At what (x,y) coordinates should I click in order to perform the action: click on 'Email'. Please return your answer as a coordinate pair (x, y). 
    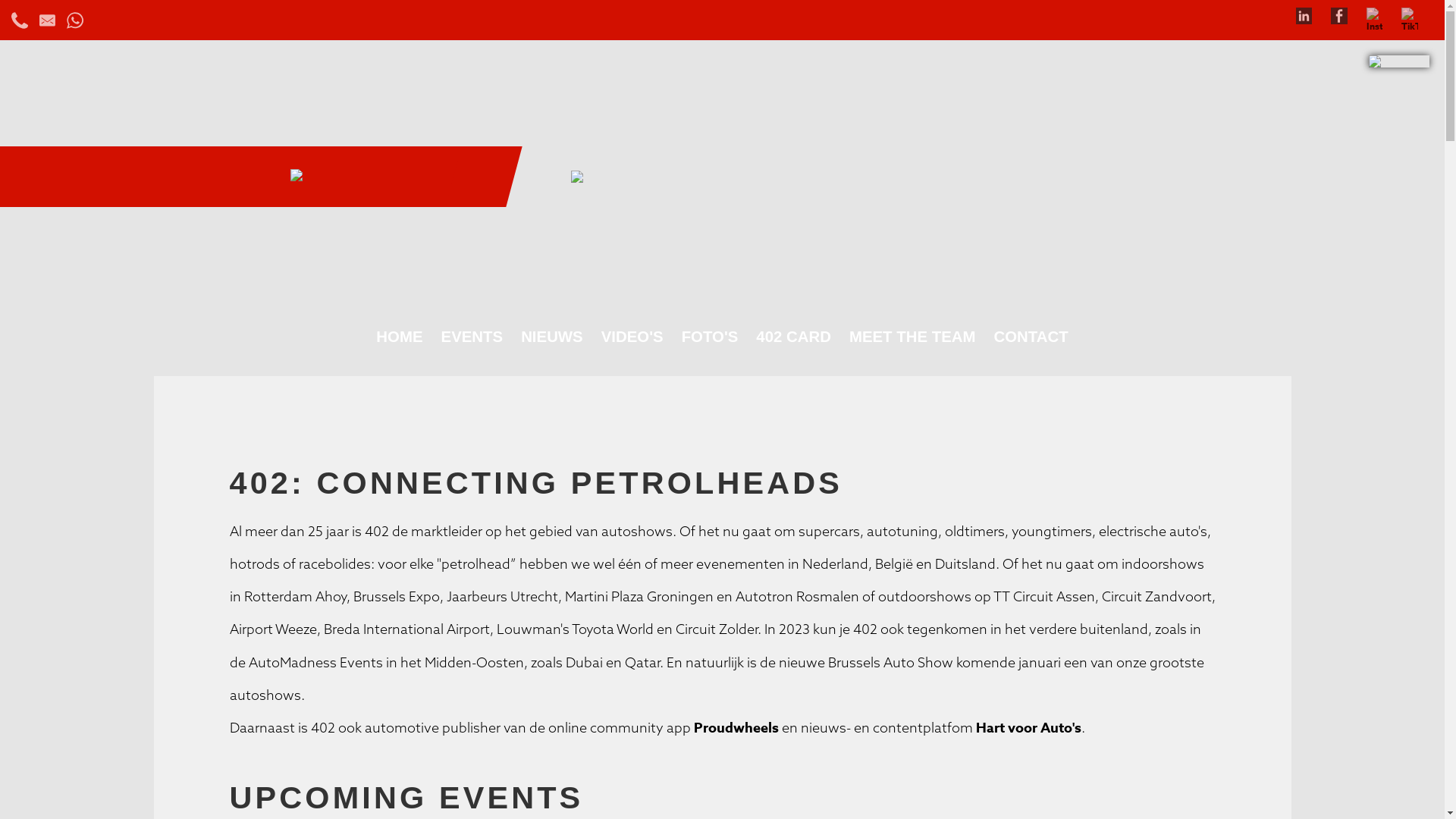
    Looking at the image, I should click on (47, 18).